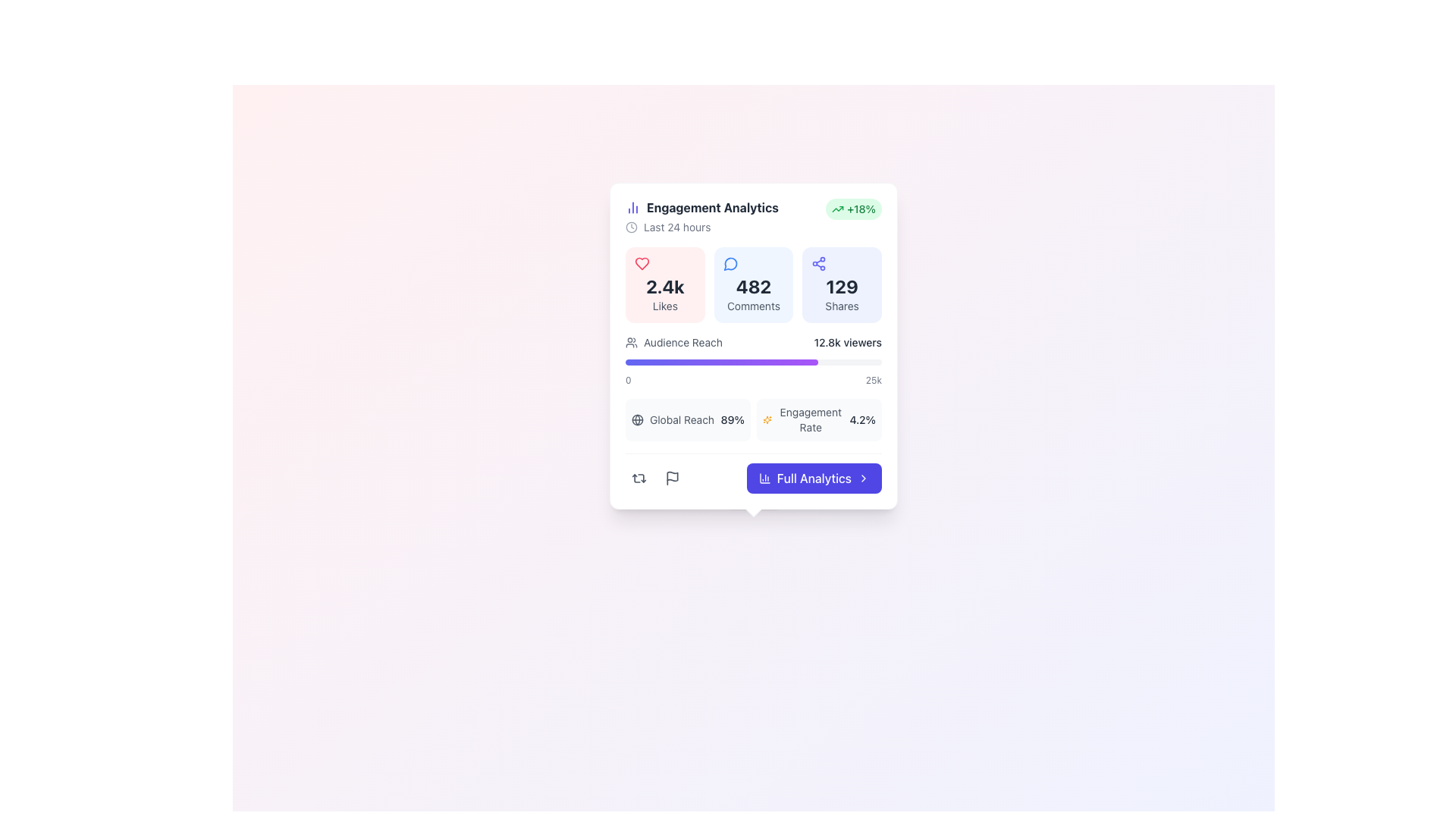 This screenshot has height=819, width=1456. I want to click on the text 'Engagement Analytics' located in the top-left portion of the card header, so click(701, 216).